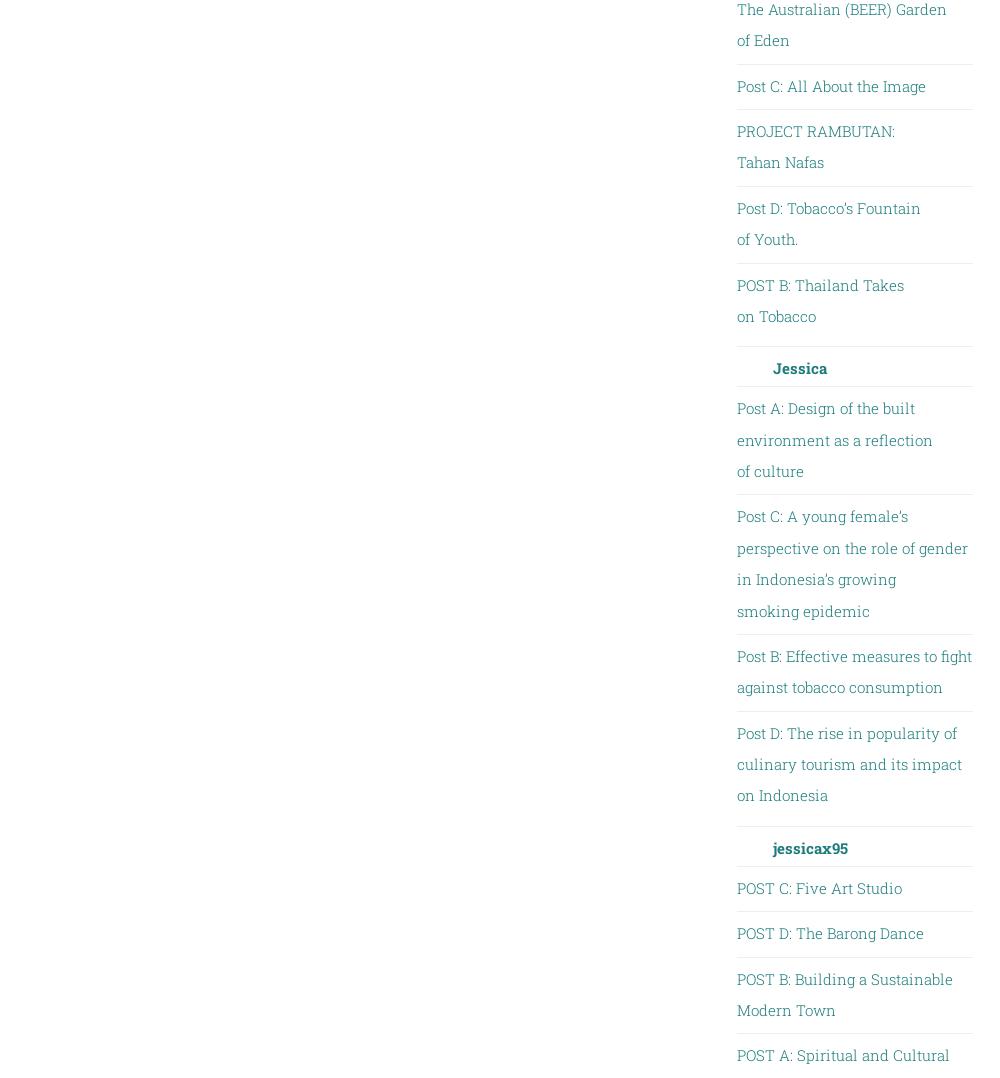 The height and width of the screenshot is (1078, 1000). I want to click on 'Post B: Effective measures to fight against tobacco consumption', so click(852, 670).